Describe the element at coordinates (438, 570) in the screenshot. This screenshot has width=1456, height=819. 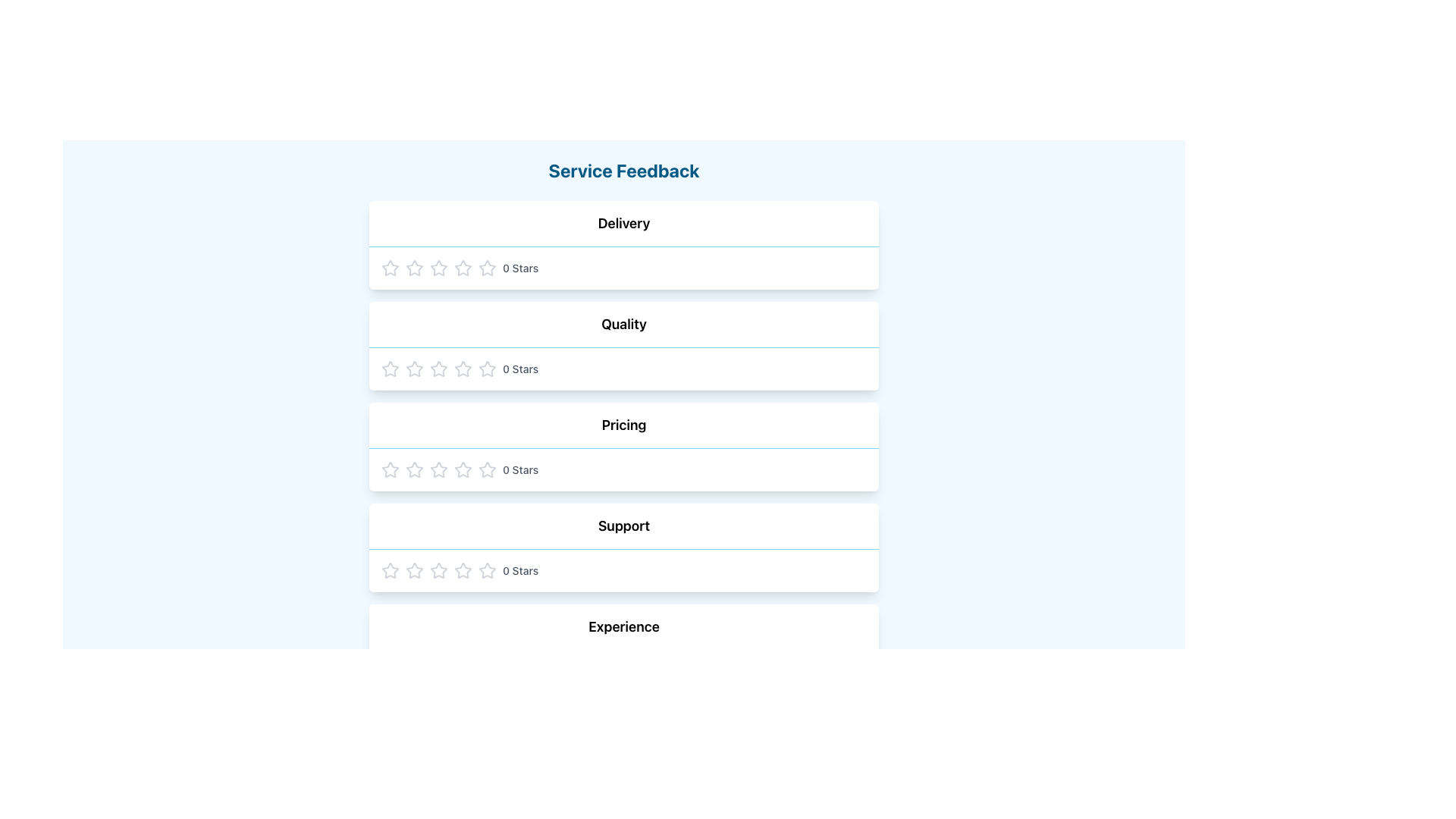
I see `over the fourth star icon in the 'Support' section of the service feedback form` at that location.